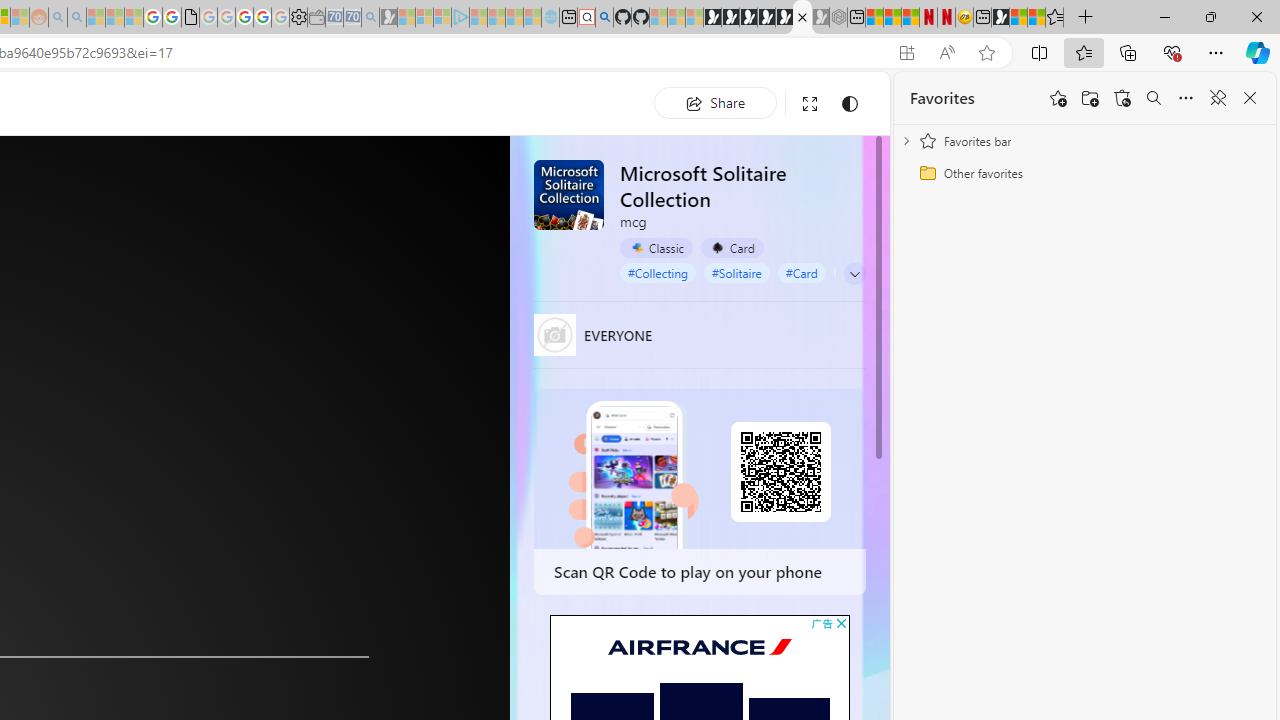 The width and height of the screenshot is (1280, 720). Describe the element at coordinates (1122, 98) in the screenshot. I see `'Restore deleted favorites'` at that location.